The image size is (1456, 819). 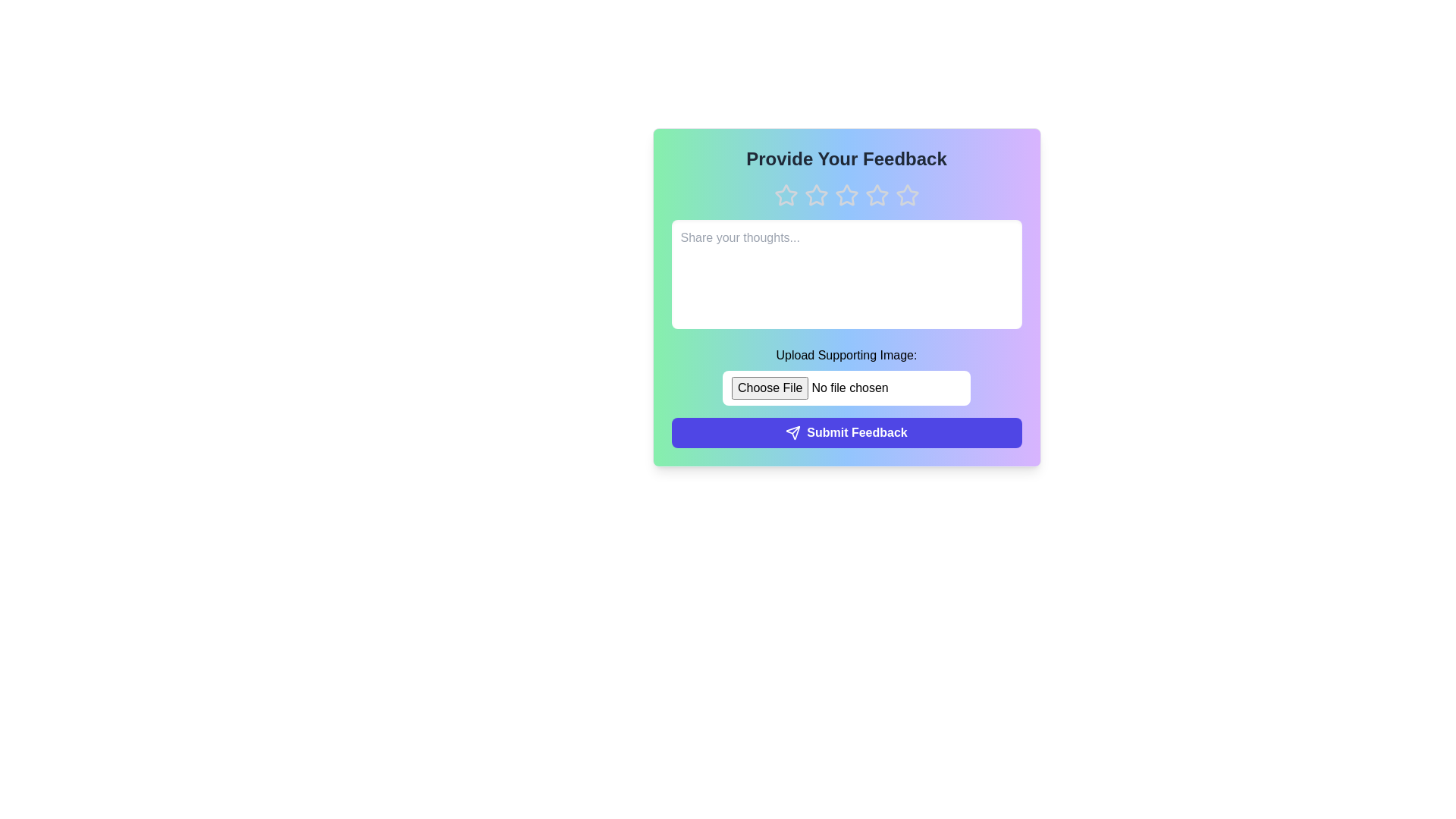 I want to click on the third star icon in the horizontal group of five stars, so click(x=846, y=195).